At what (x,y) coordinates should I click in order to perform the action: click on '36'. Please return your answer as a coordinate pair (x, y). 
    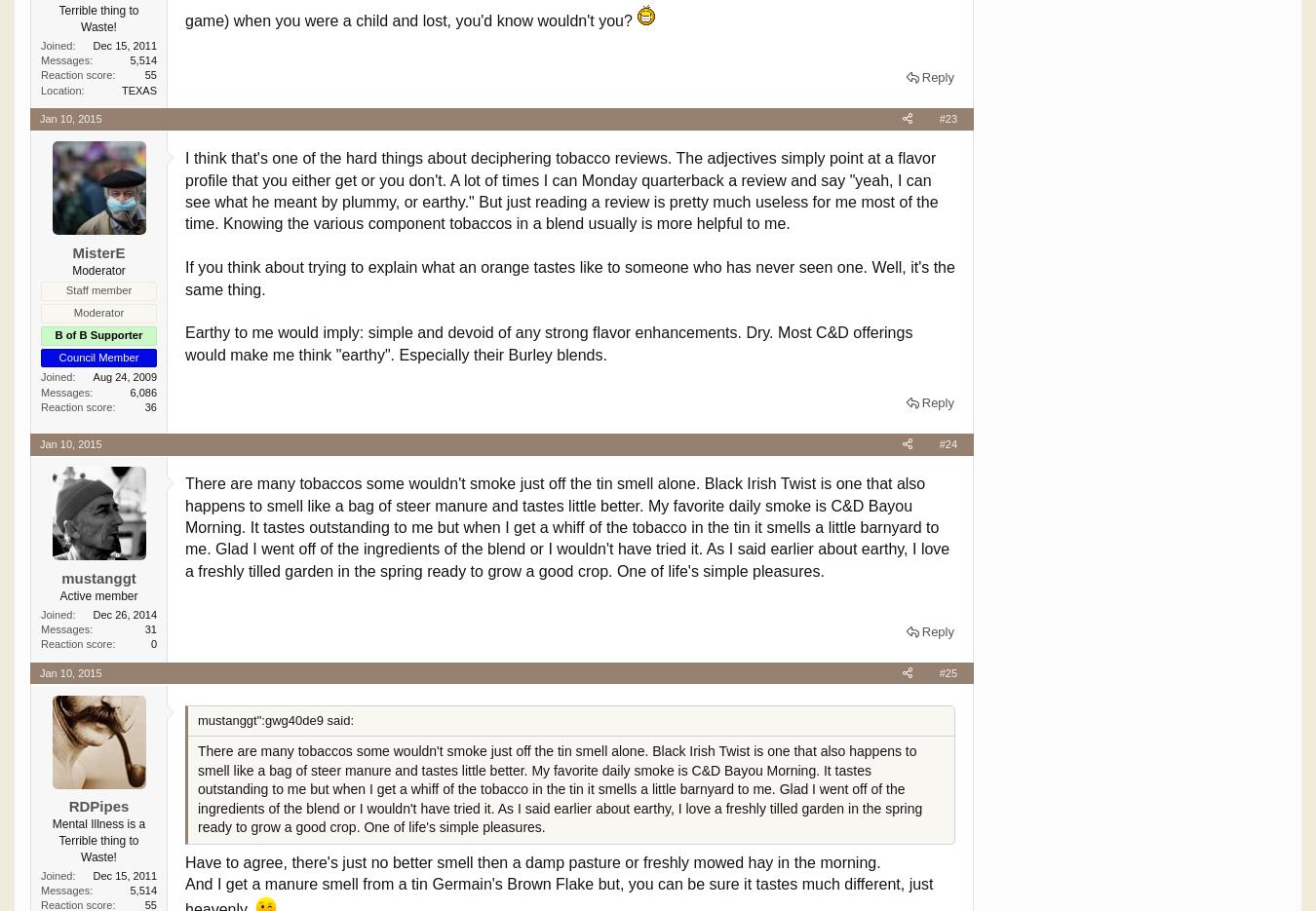
    Looking at the image, I should click on (150, 407).